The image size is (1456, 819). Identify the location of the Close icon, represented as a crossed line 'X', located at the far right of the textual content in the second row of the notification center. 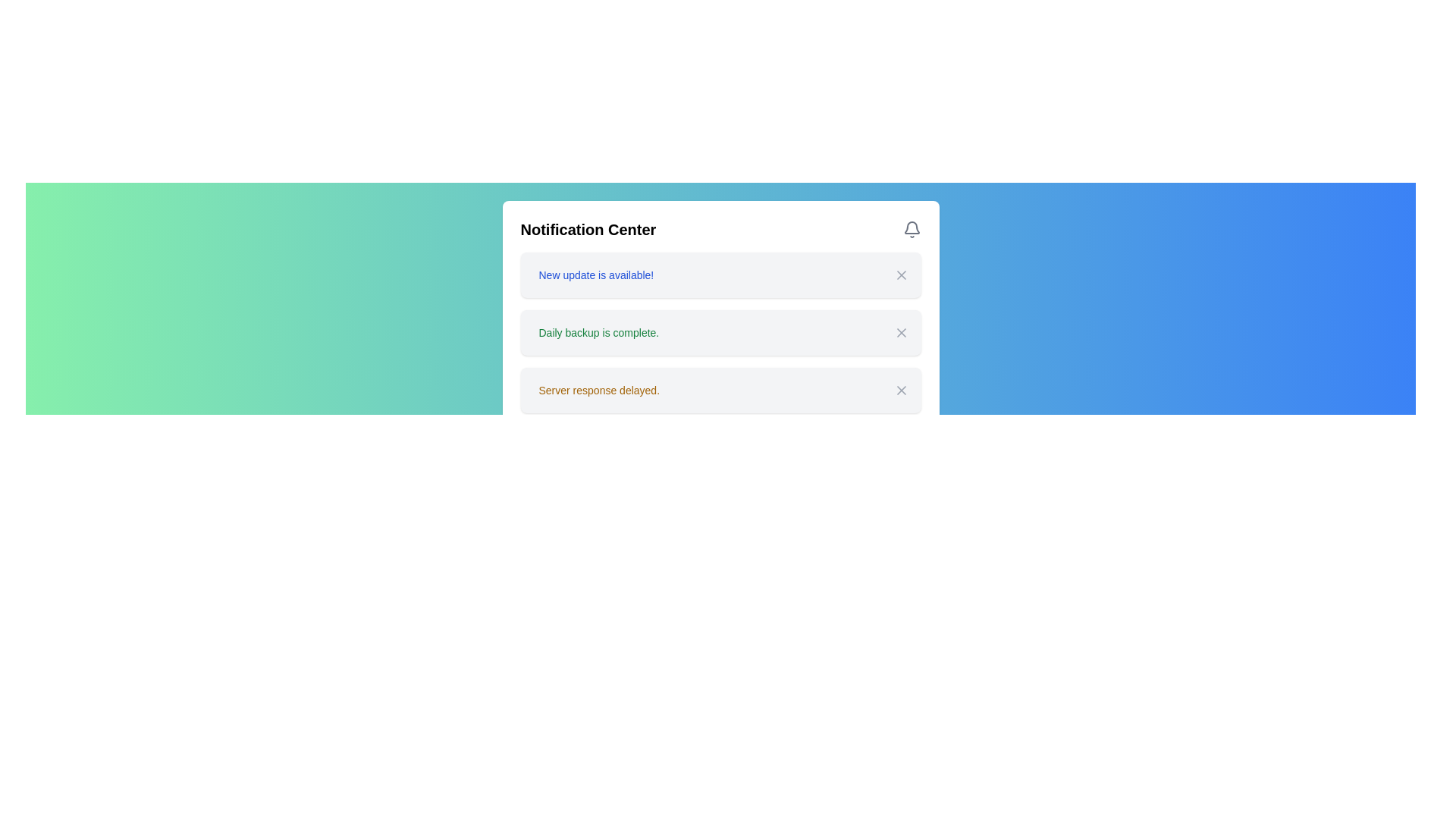
(901, 332).